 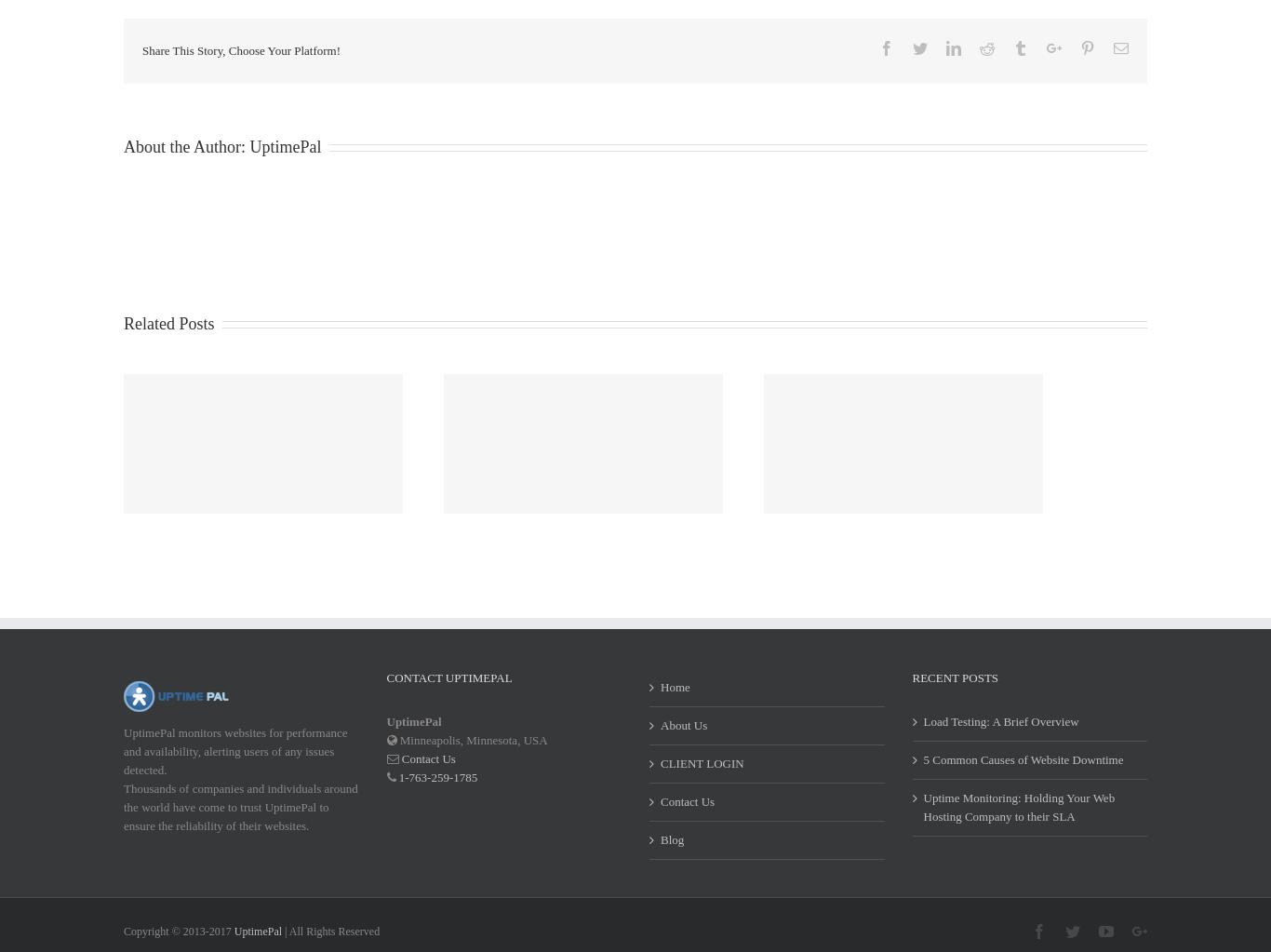 What do you see at coordinates (999, 744) in the screenshot?
I see `'Load Testing: A Brief Overview'` at bounding box center [999, 744].